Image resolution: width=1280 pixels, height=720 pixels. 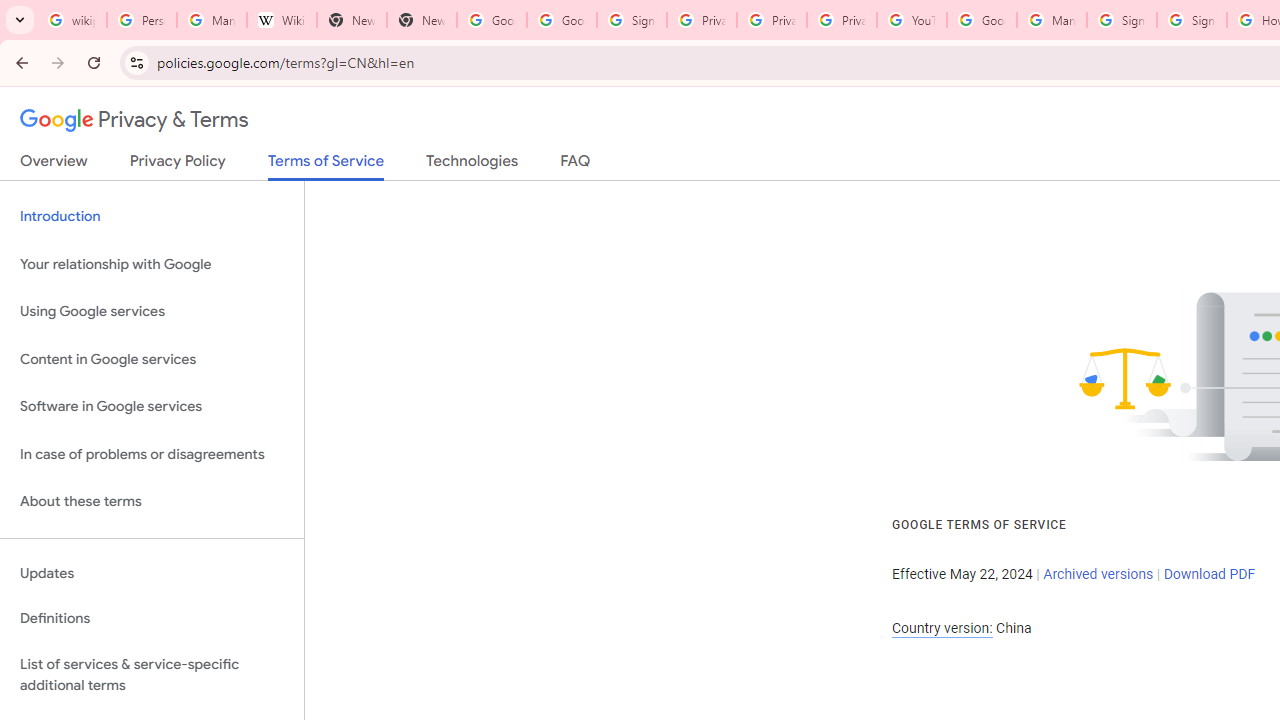 I want to click on 'Content in Google services', so click(x=151, y=358).